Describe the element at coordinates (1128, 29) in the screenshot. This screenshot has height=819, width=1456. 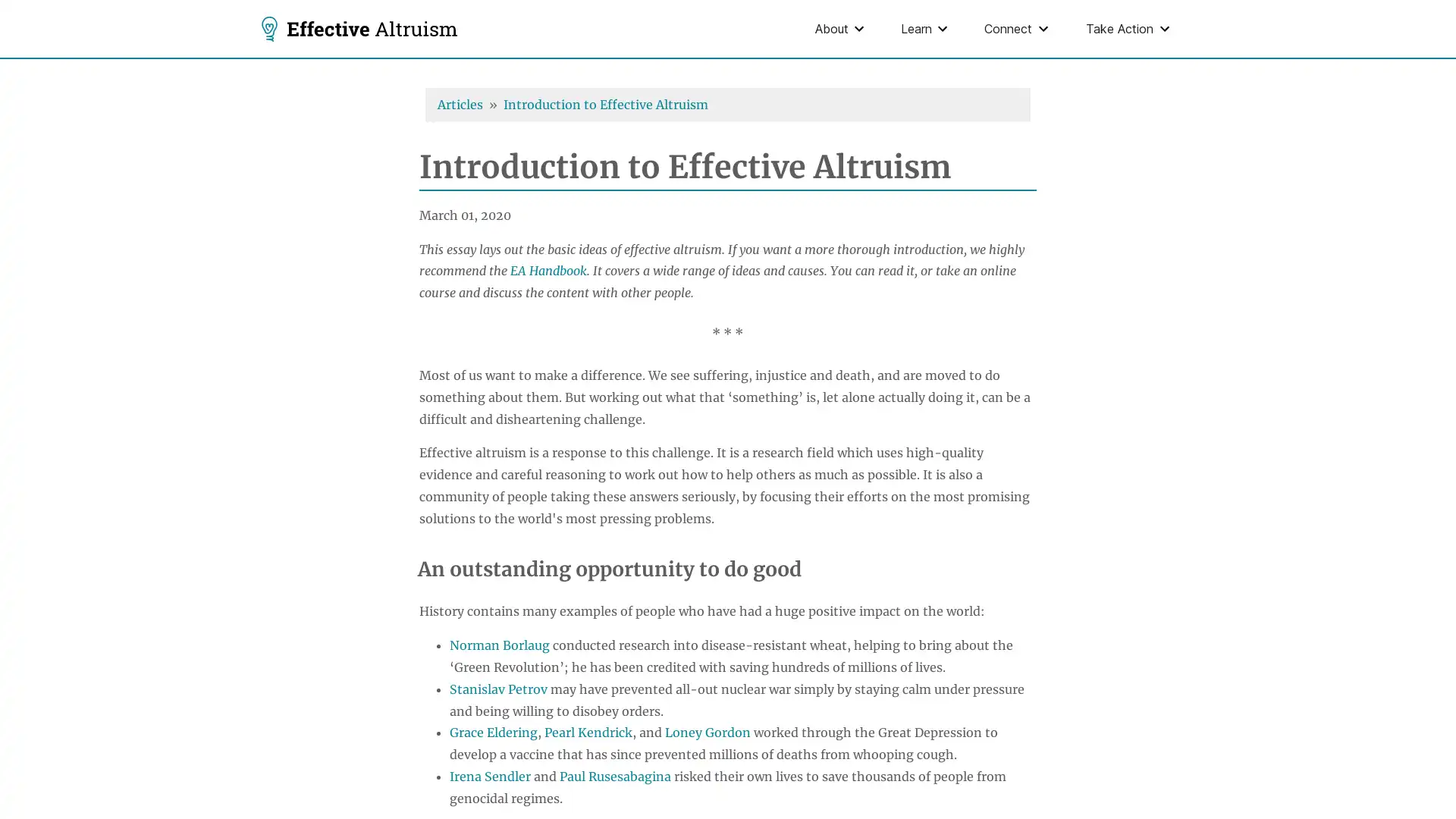
I see `Take Action` at that location.